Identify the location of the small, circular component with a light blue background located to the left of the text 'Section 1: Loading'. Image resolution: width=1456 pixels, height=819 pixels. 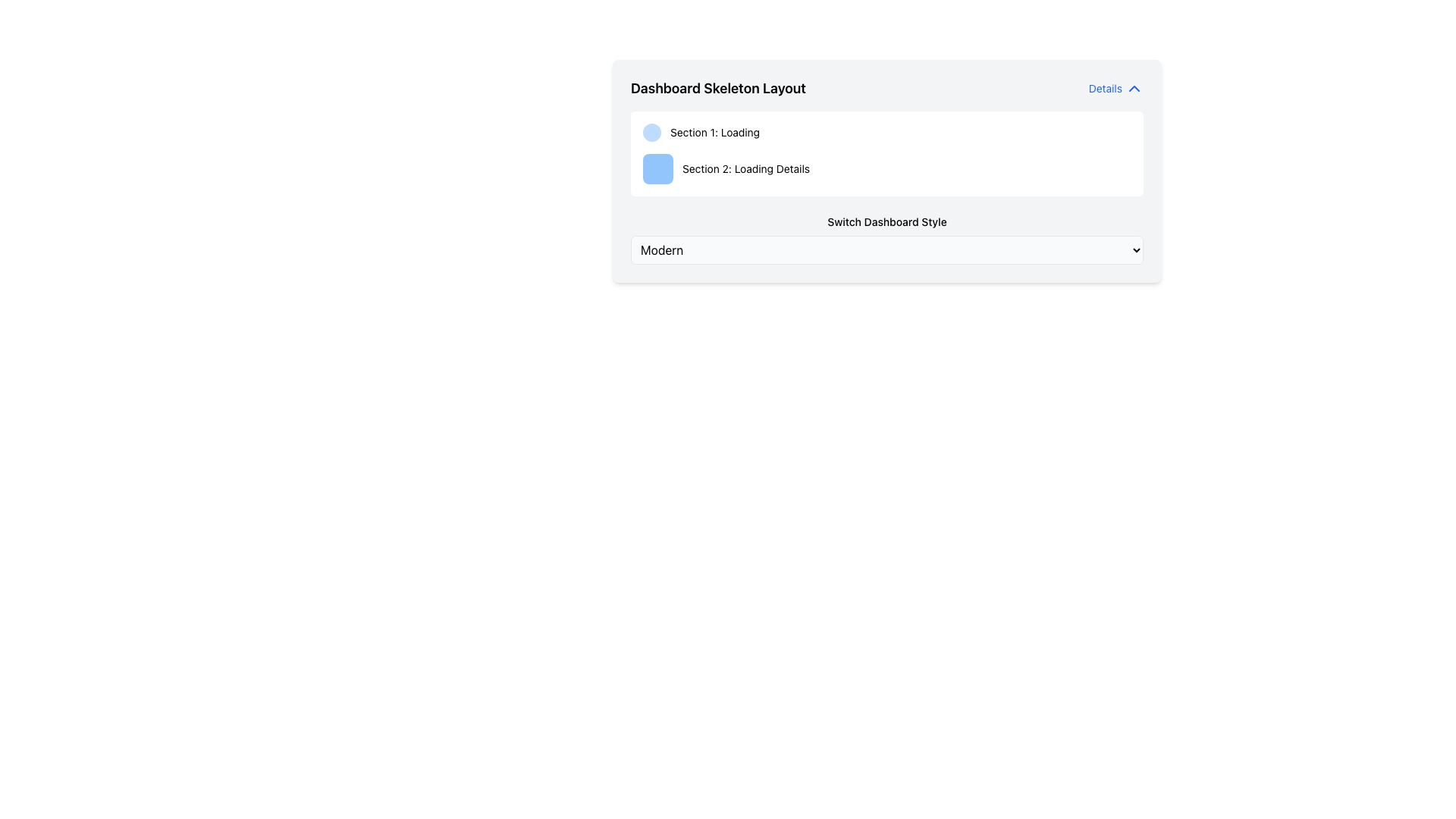
(651, 131).